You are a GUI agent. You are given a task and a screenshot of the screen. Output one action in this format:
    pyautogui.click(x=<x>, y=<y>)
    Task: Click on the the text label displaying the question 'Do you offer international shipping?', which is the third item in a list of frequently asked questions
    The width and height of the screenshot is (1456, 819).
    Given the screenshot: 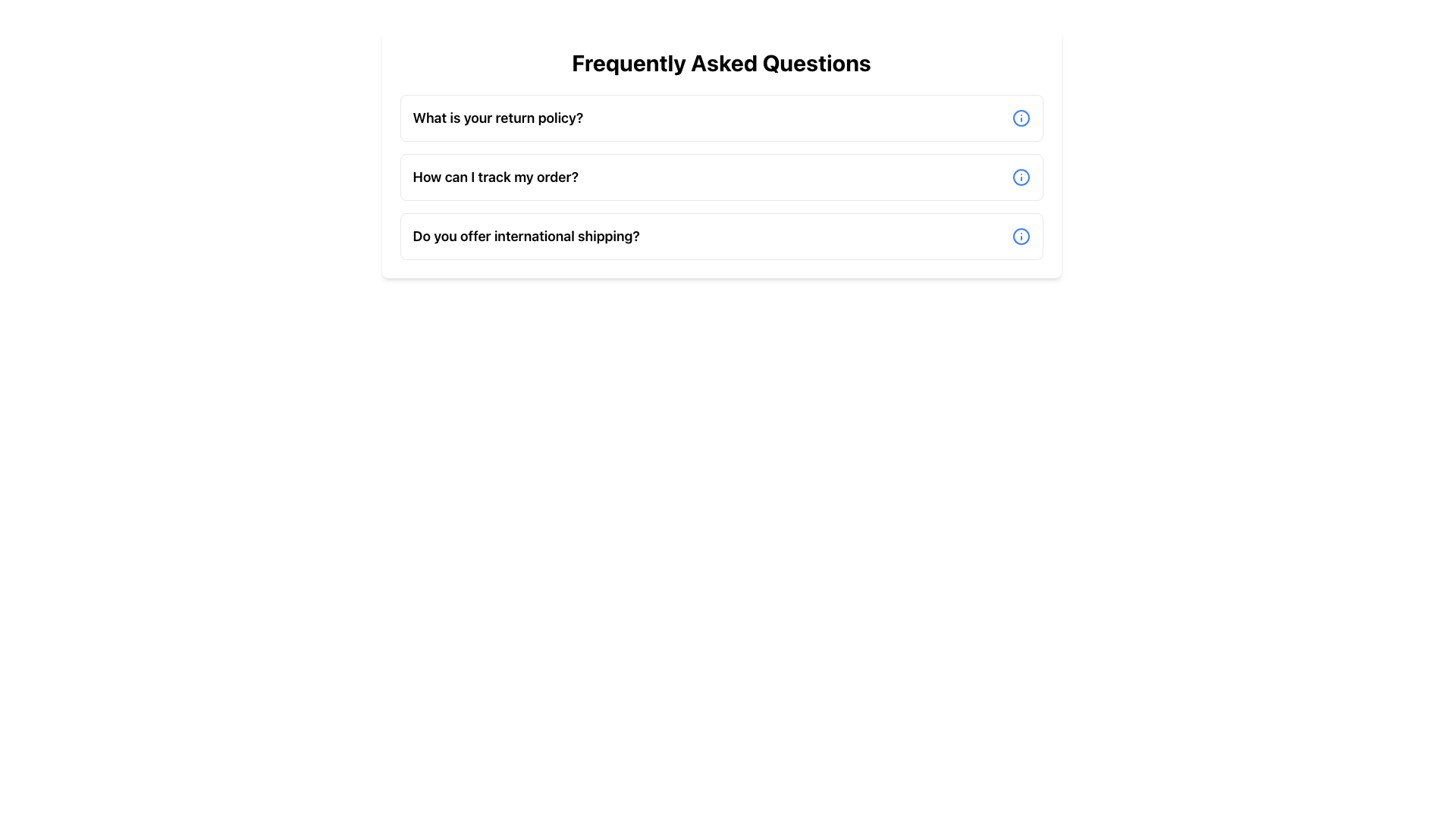 What is the action you would take?
    pyautogui.click(x=526, y=237)
    